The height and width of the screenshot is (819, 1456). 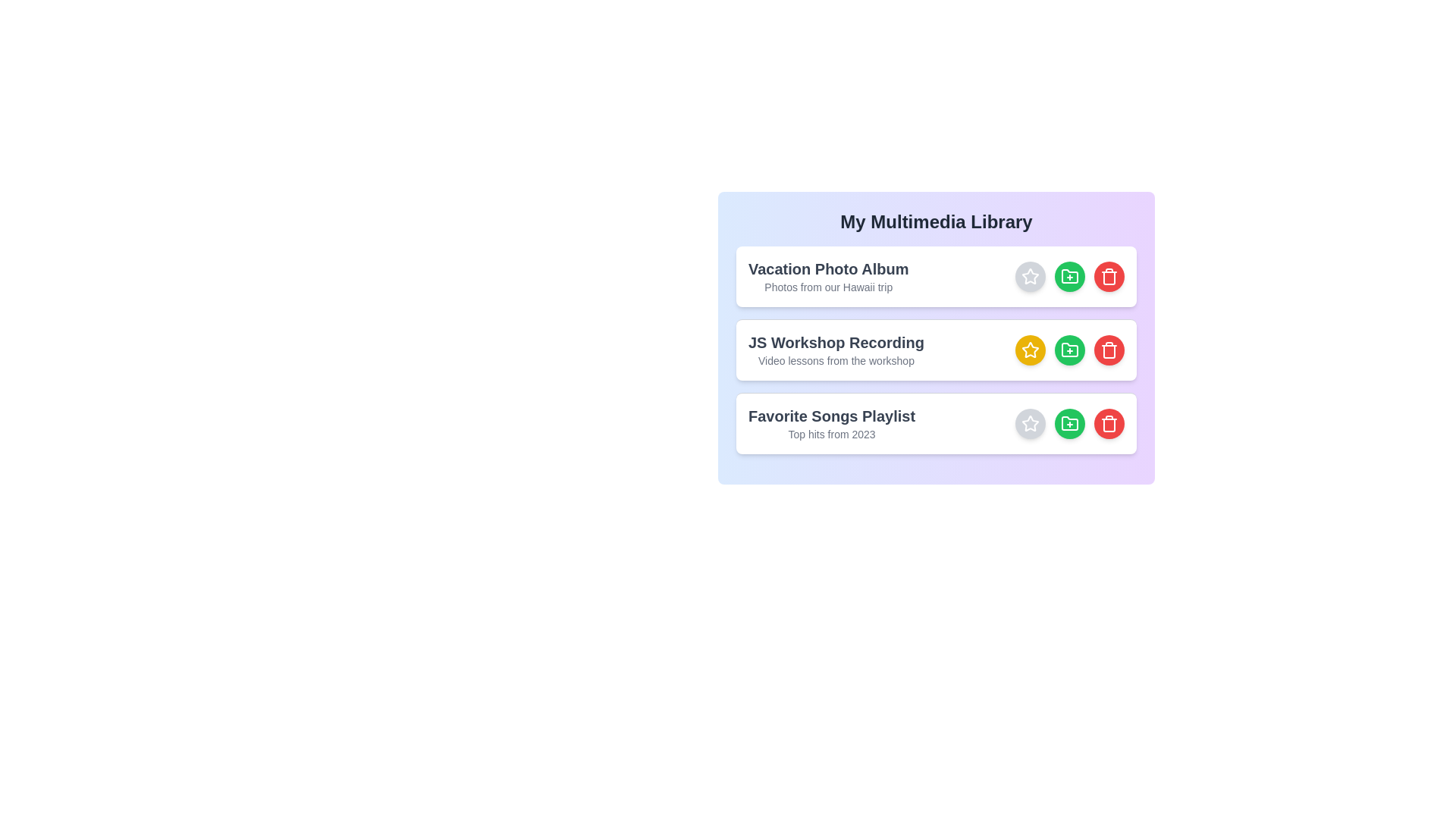 What do you see at coordinates (827, 277) in the screenshot?
I see `the text element titled 'Vacation Photo Album' with descriptive text 'Photos from our Hawaii trip', which is the first item in the 'My Multimedia Library' section` at bounding box center [827, 277].